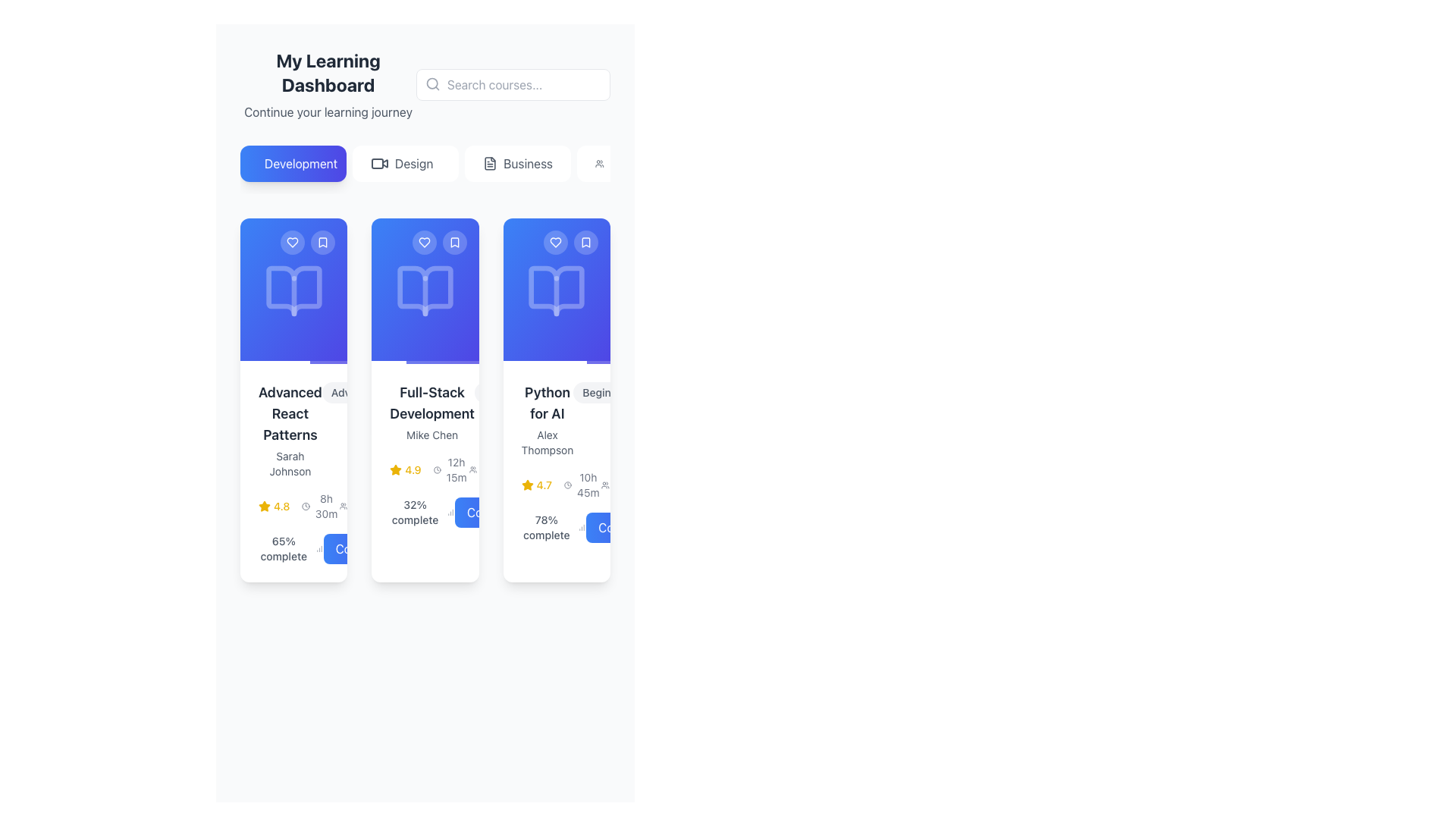  I want to click on the small icon resembling a group of people, which is located adjacent to the text '1876 students' on the left side of the interface, so click(604, 485).